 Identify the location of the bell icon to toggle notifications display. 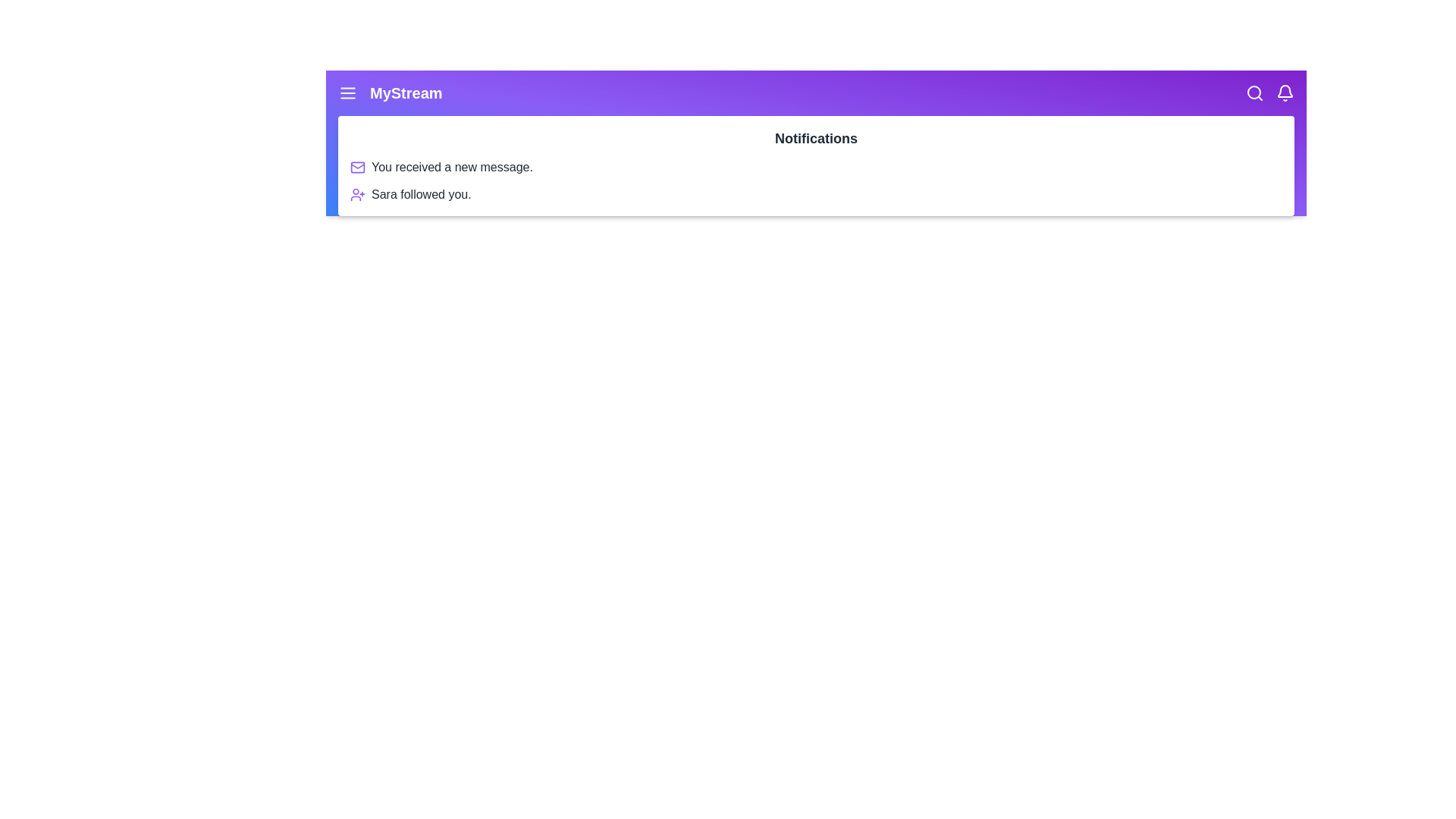
(1284, 93).